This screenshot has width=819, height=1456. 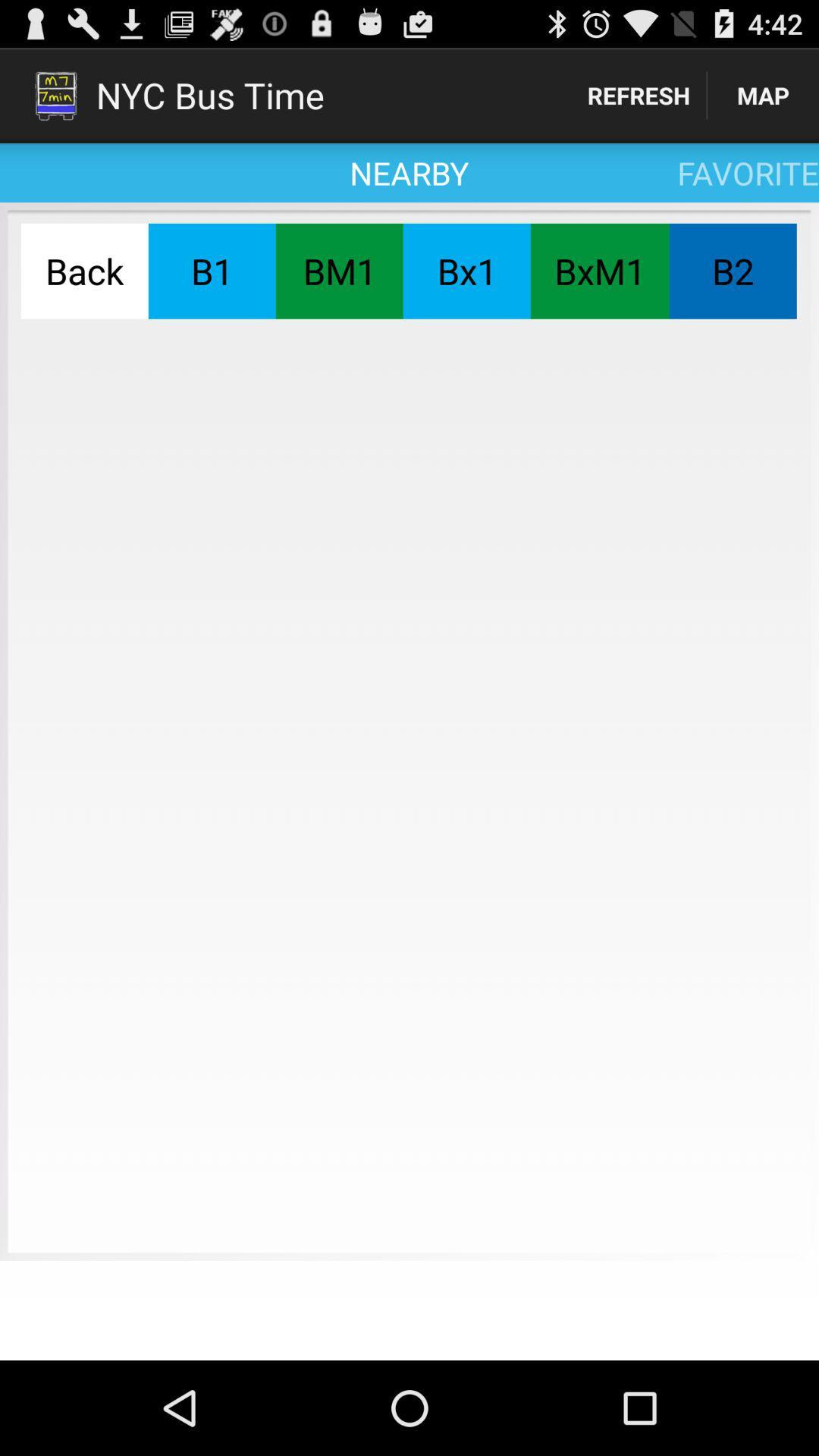 I want to click on the b1, so click(x=212, y=271).